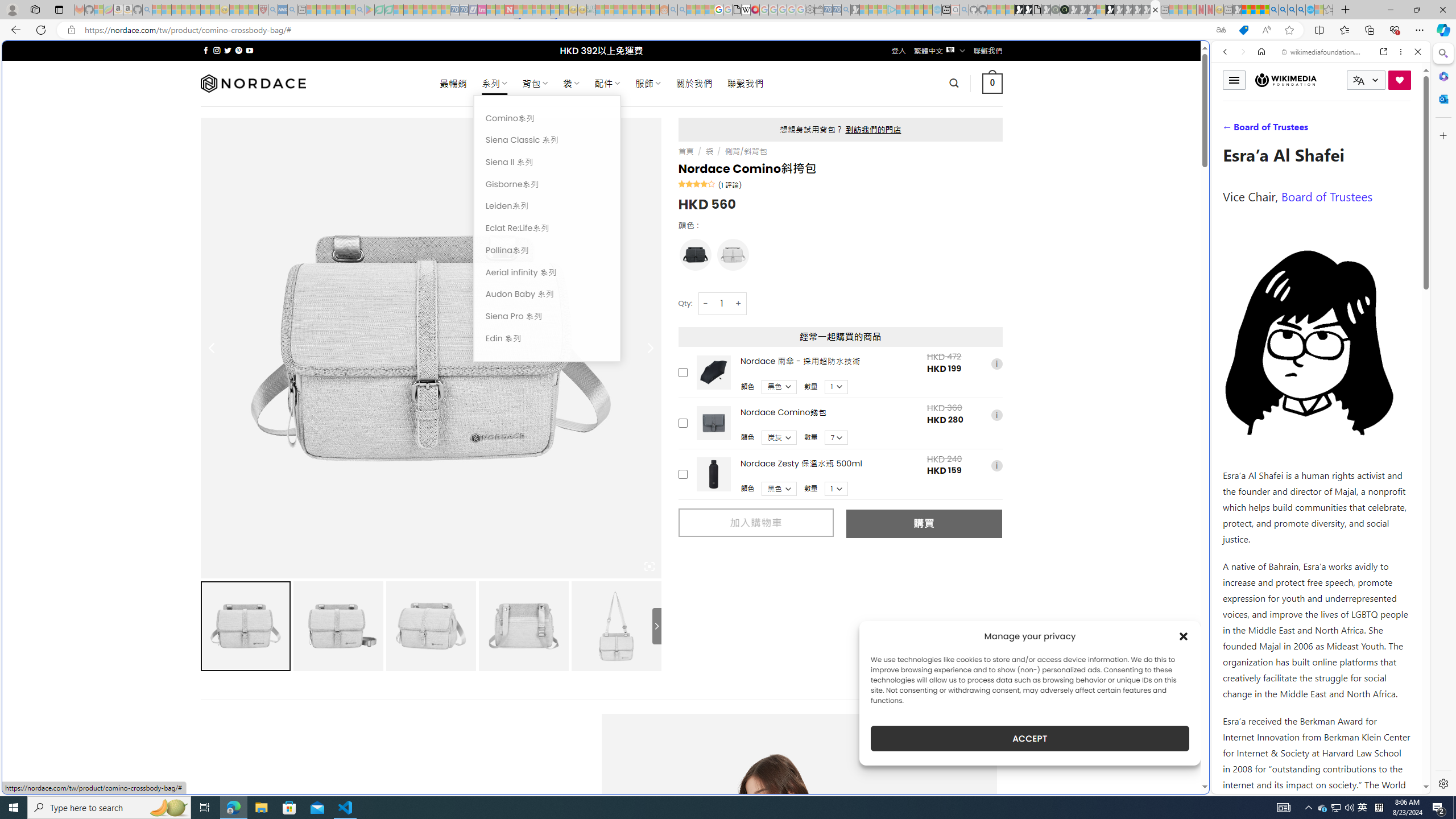  Describe the element at coordinates (378, 9) in the screenshot. I see `'Terms of Use Agreement - Sleeping'` at that location.